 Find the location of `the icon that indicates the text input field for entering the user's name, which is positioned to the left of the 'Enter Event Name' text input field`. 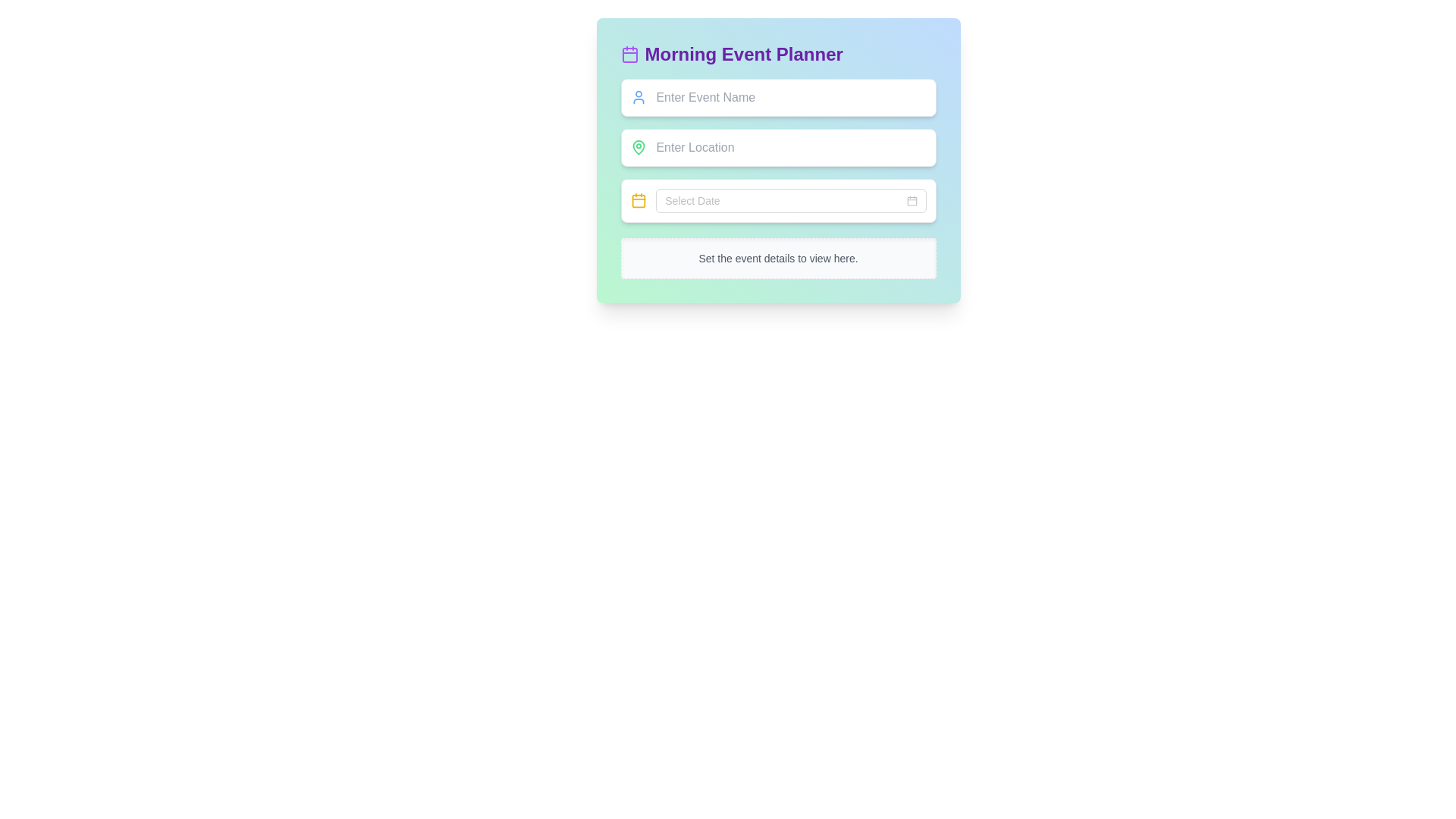

the icon that indicates the text input field for entering the user's name, which is positioned to the left of the 'Enter Event Name' text input field is located at coordinates (639, 97).